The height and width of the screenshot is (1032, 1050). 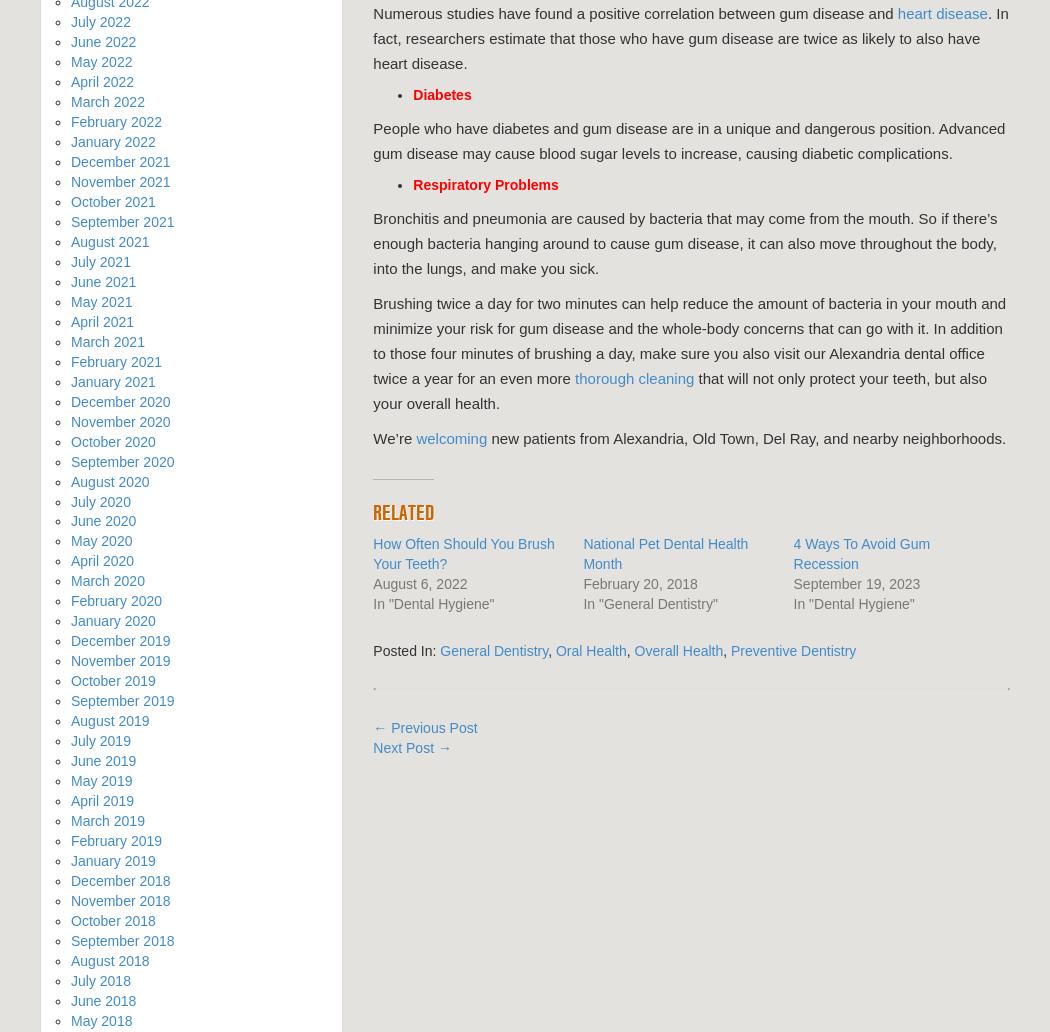 What do you see at coordinates (678, 649) in the screenshot?
I see `'Overall Health'` at bounding box center [678, 649].